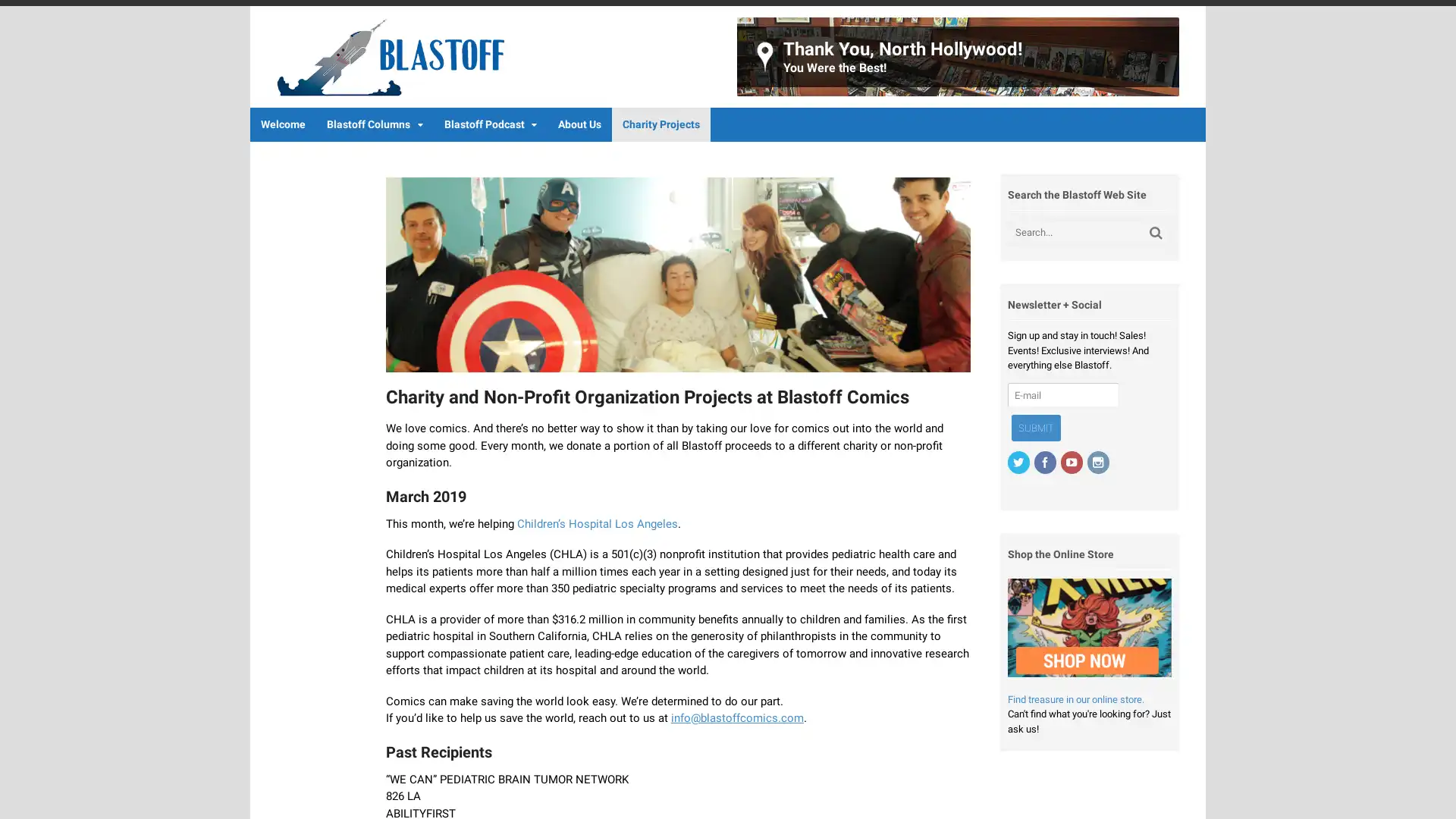 The image size is (1456, 819). I want to click on Submit, so click(1034, 428).